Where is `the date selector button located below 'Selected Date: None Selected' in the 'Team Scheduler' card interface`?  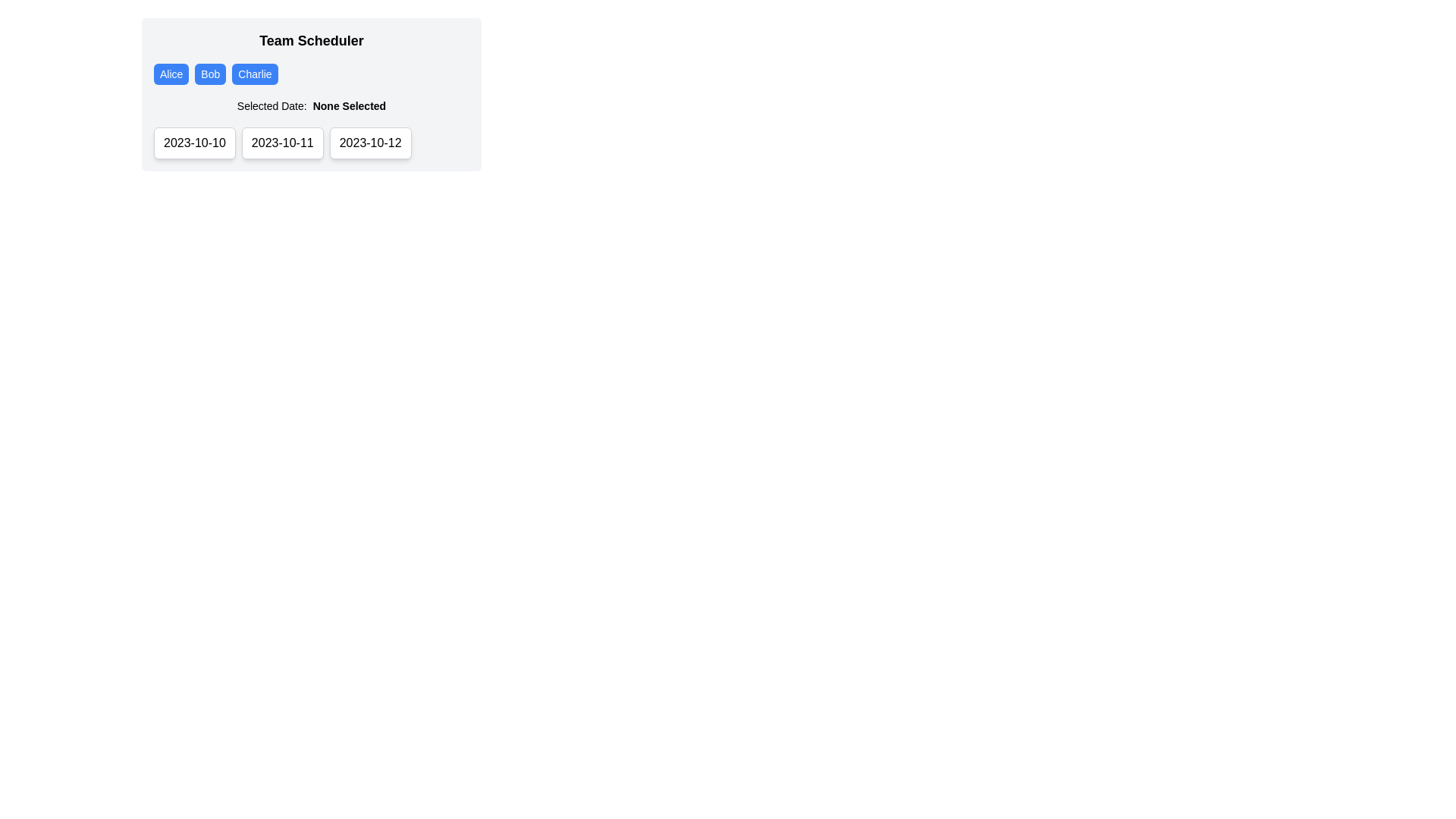 the date selector button located below 'Selected Date: None Selected' in the 'Team Scheduler' card interface is located at coordinates (370, 143).